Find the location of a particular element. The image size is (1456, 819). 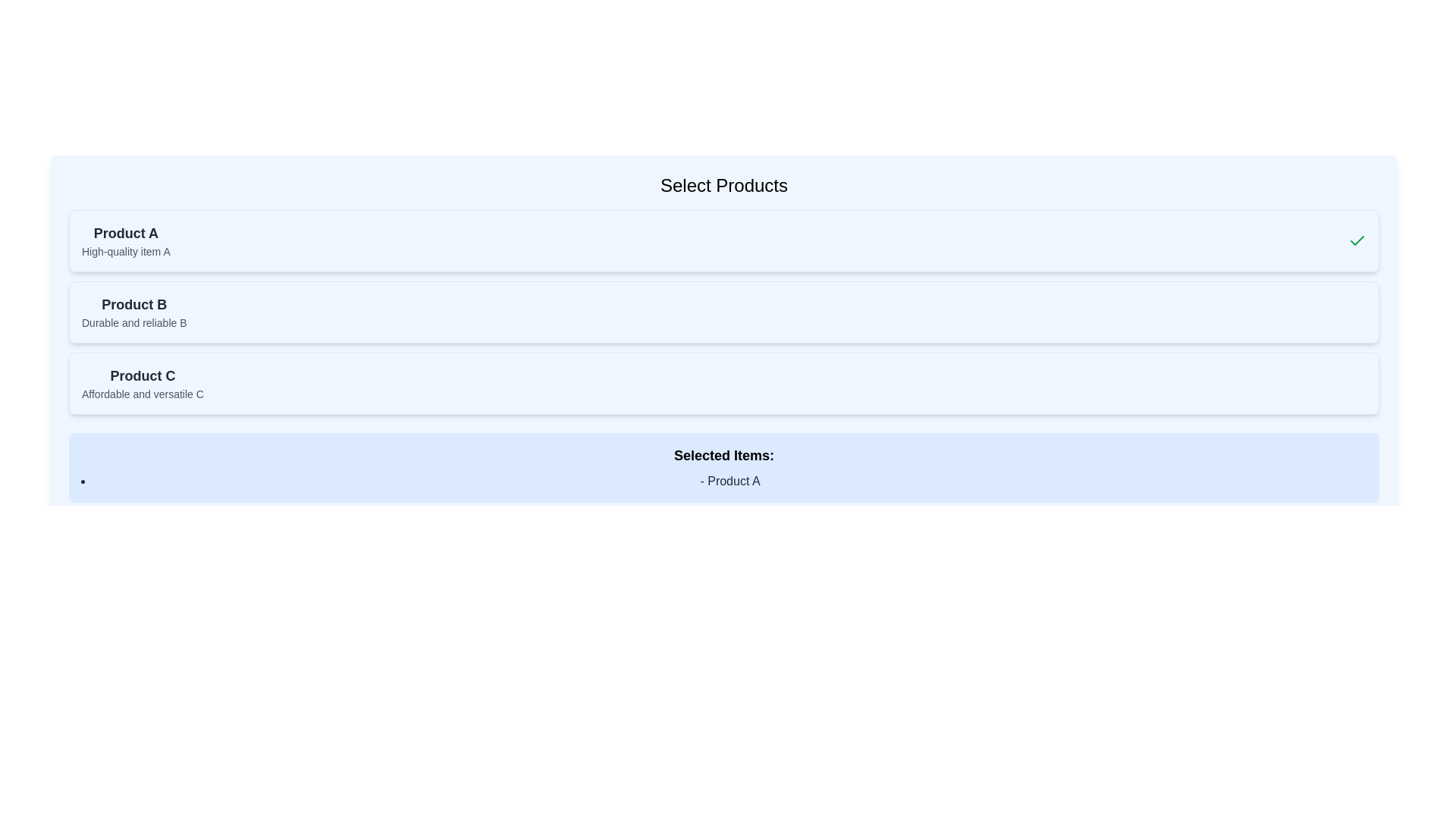

information displayed on the text label that identifies the product details, which is the second listing in a vertical stack of product selection cards is located at coordinates (134, 312).